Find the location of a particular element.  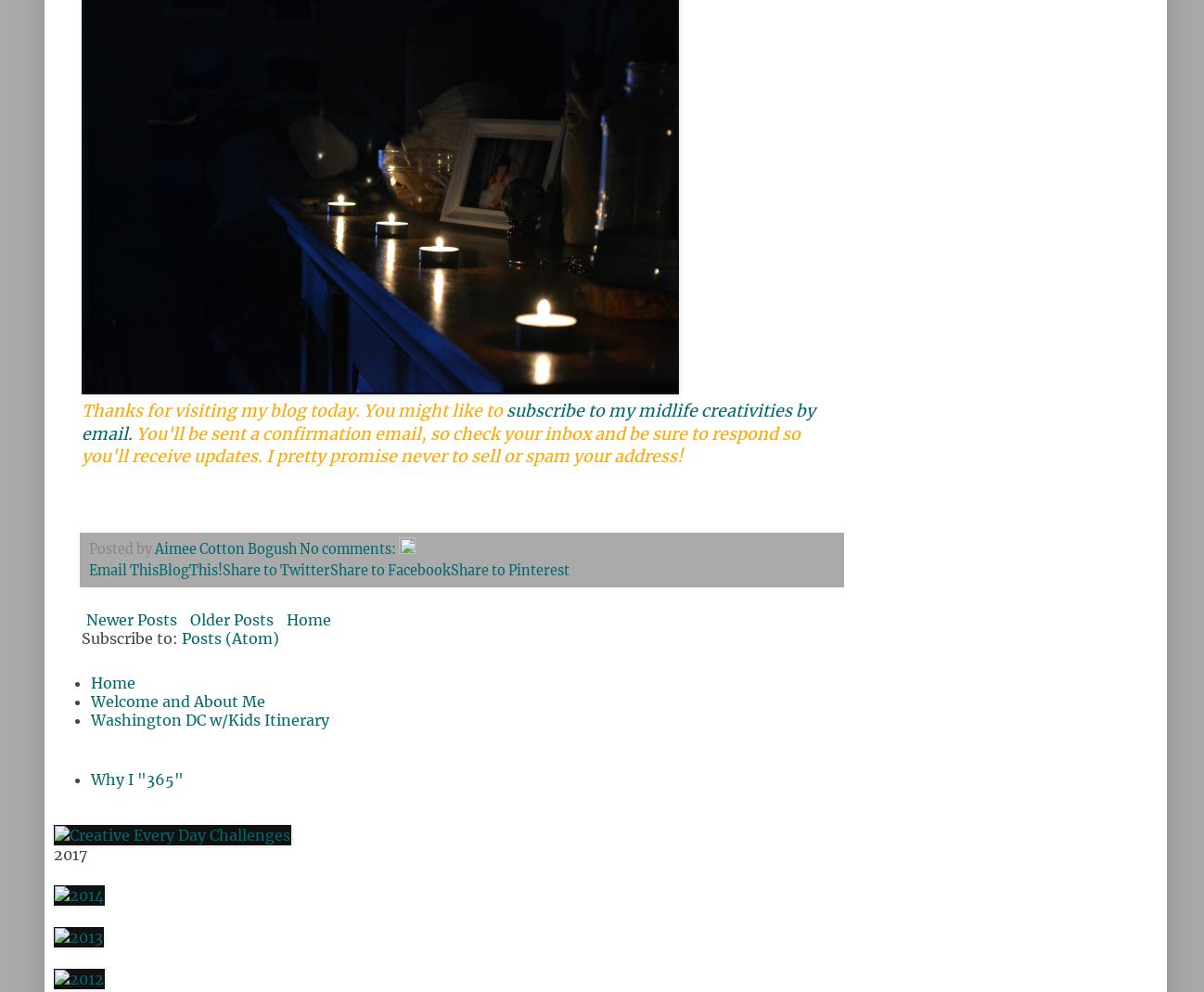

'BlogThis!' is located at coordinates (190, 570).